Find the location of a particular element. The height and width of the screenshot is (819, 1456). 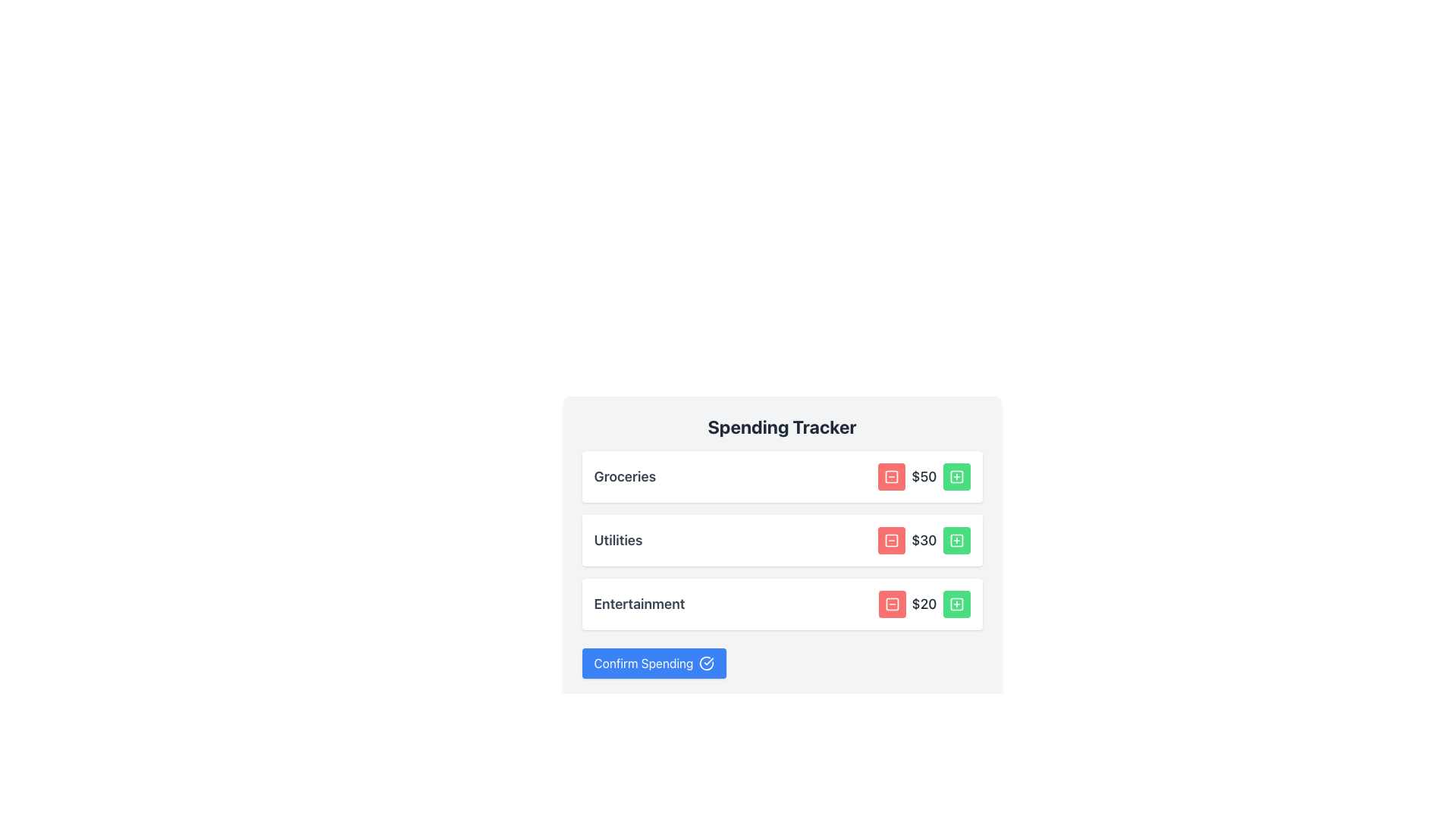

the green button with a plus sign icon located in the spending tracker panel, to the right of the '$30' label, to increase the value is located at coordinates (955, 540).